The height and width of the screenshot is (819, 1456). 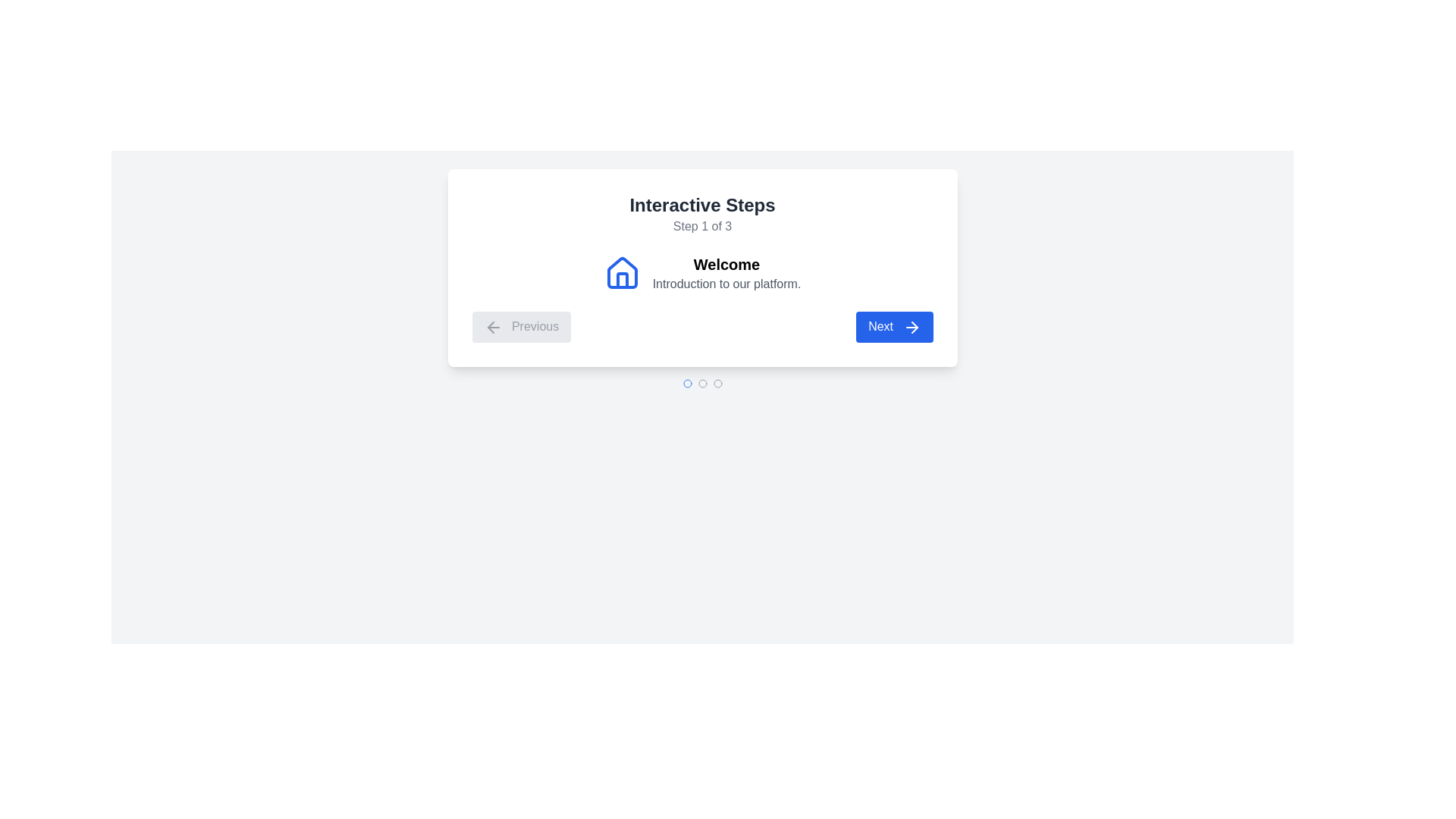 I want to click on the Text label displaying 'Introduction to our platform.' which is located beneath the title 'Welcome' within the white card UI component, so click(x=726, y=284).